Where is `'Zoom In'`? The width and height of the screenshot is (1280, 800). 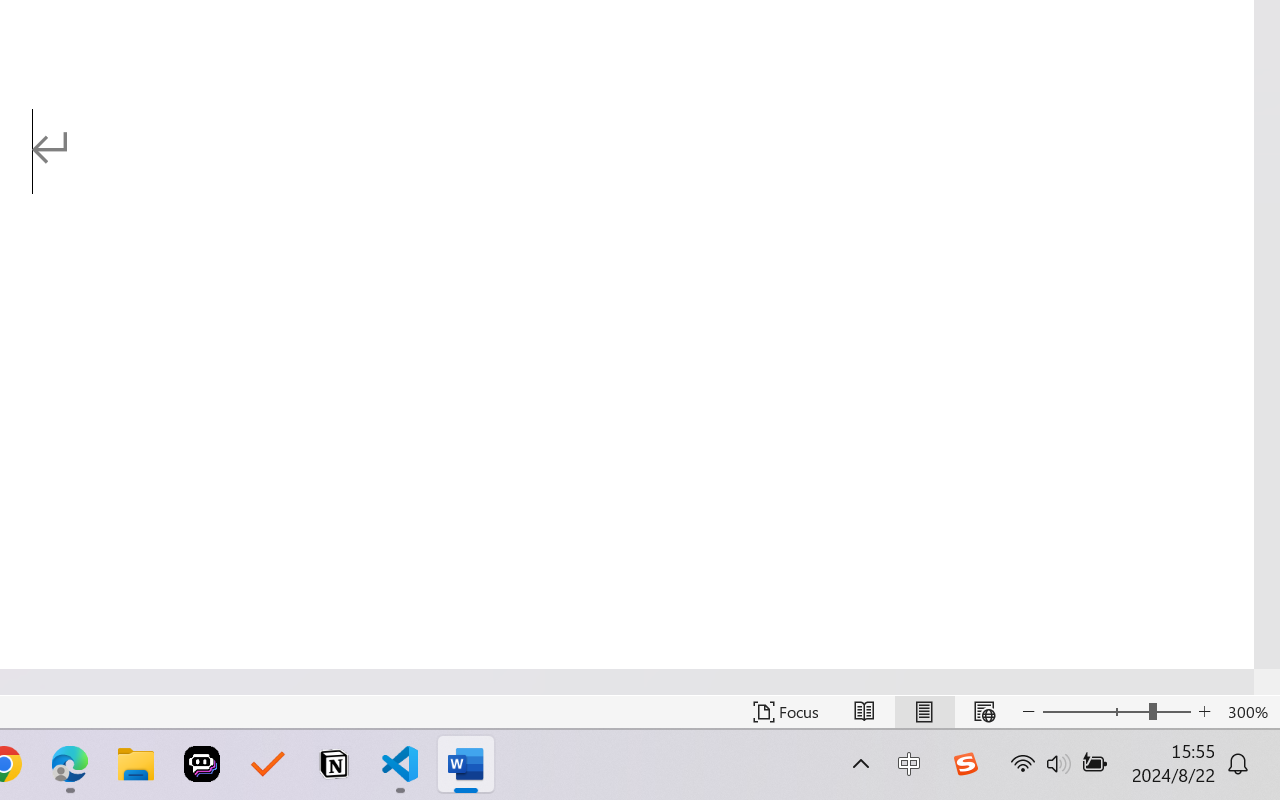
'Zoom In' is located at coordinates (1204, 711).